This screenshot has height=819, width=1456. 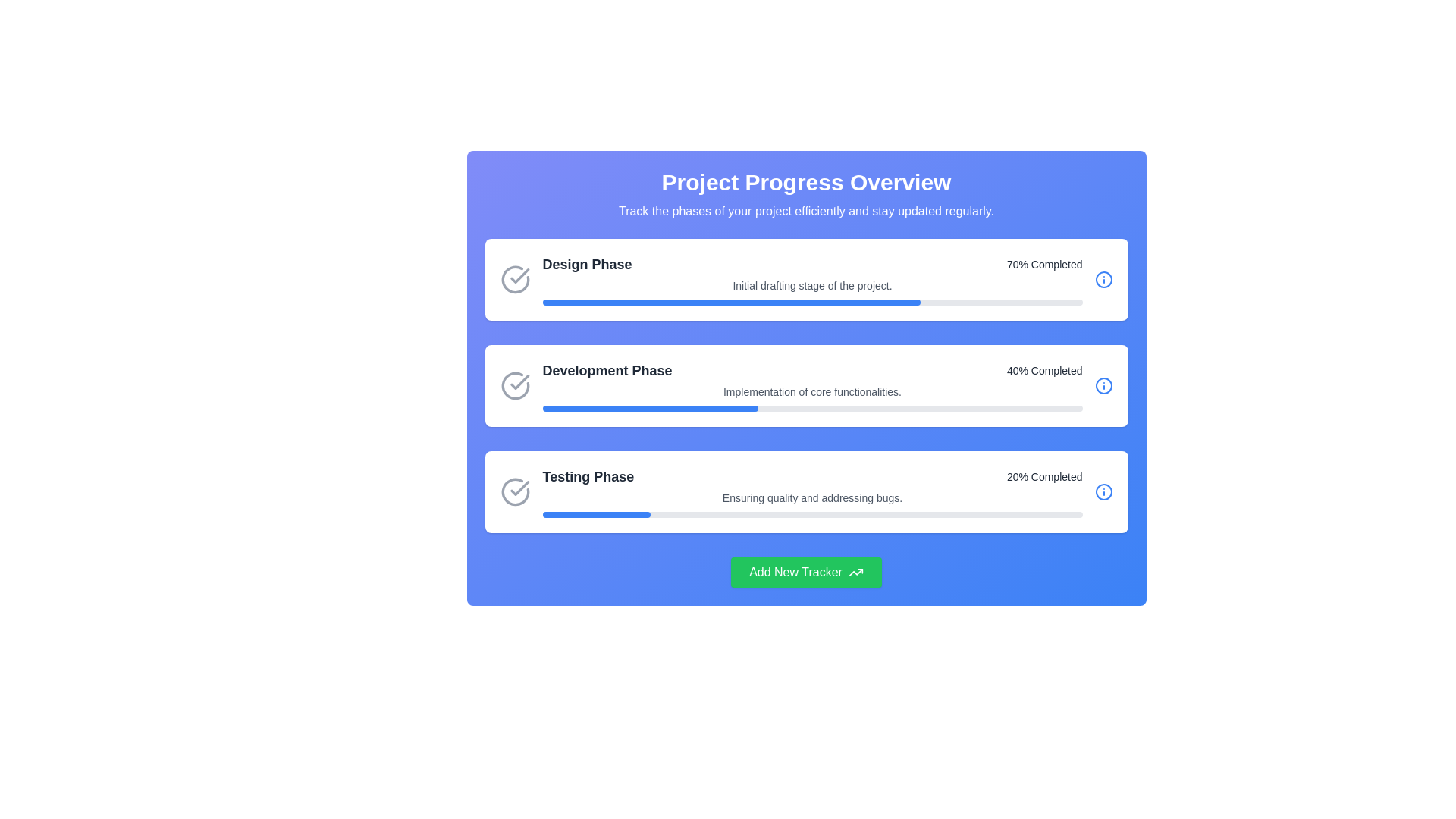 I want to click on the Text label that provides a brief description or status update of the testing phase, which is located within the 'Testing Phase' progress card, centered horizontally, below the 'Testing Phase' title and to the left of the '20% Completed' label, so click(x=811, y=491).